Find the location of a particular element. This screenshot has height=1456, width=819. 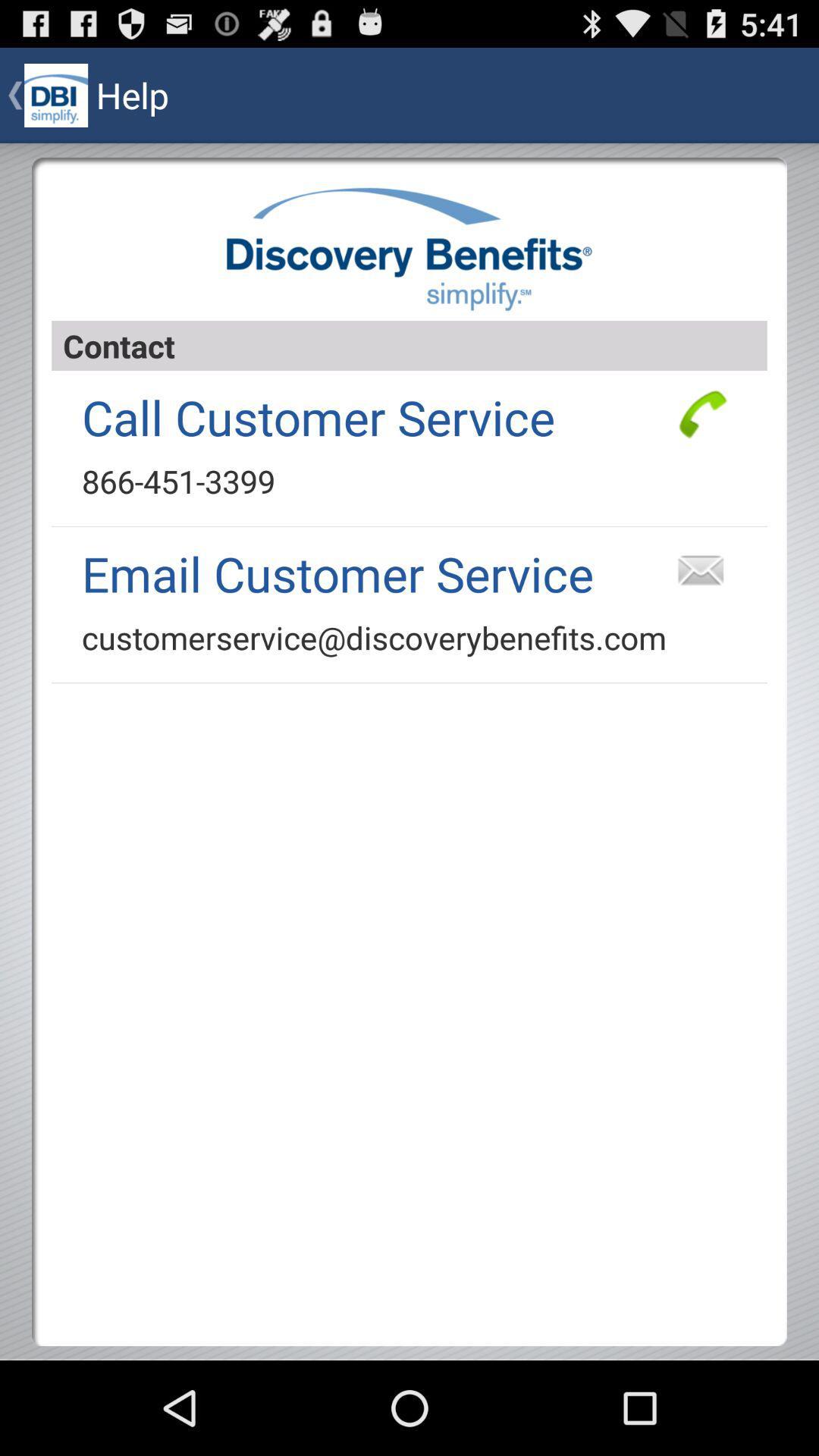

customerservice@discoverybenefits.com app is located at coordinates (374, 637).